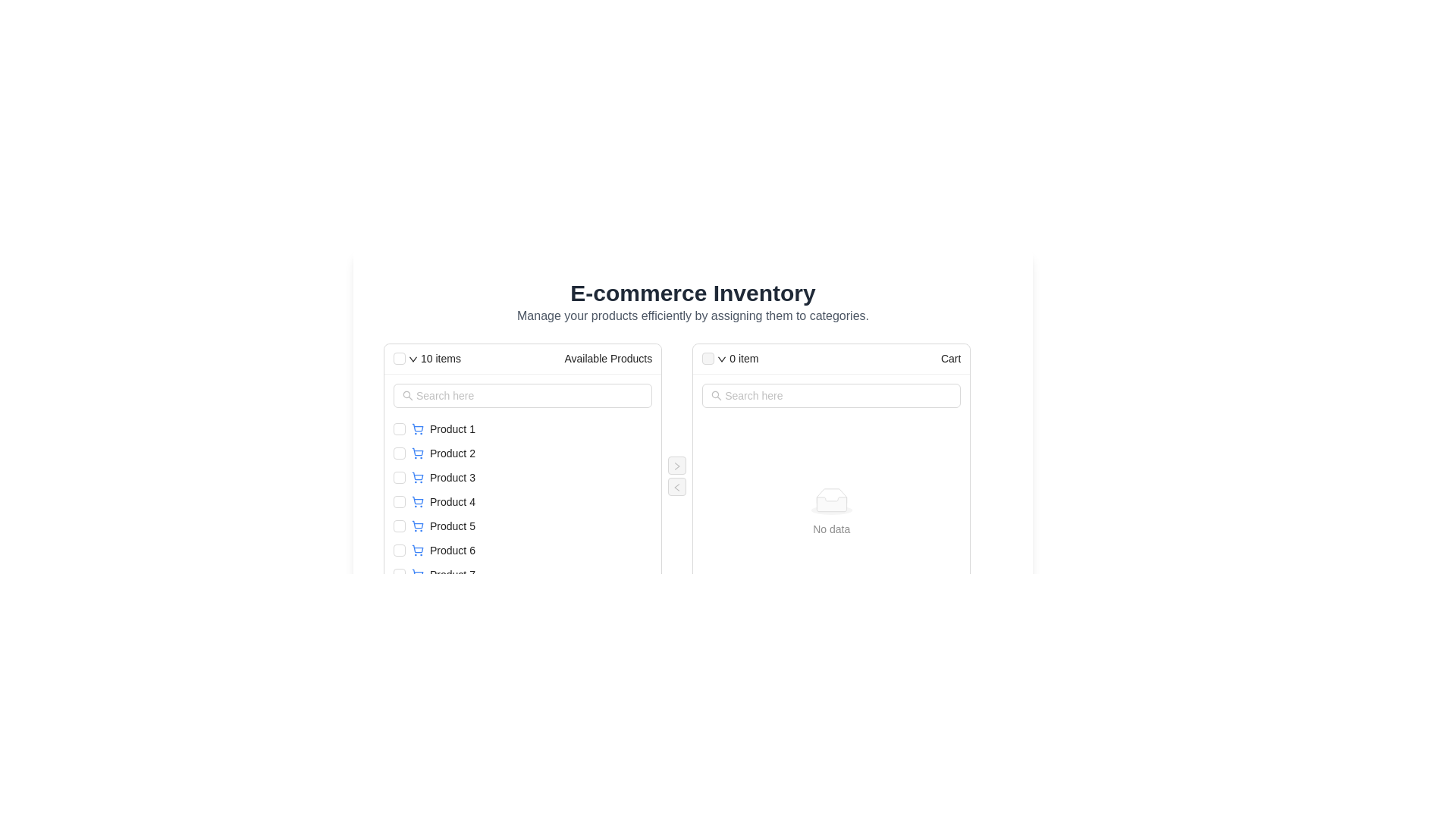  What do you see at coordinates (418, 575) in the screenshot?
I see `the shopping cart icon located to the left of the text 'Product 7' in the vertical product listing` at bounding box center [418, 575].